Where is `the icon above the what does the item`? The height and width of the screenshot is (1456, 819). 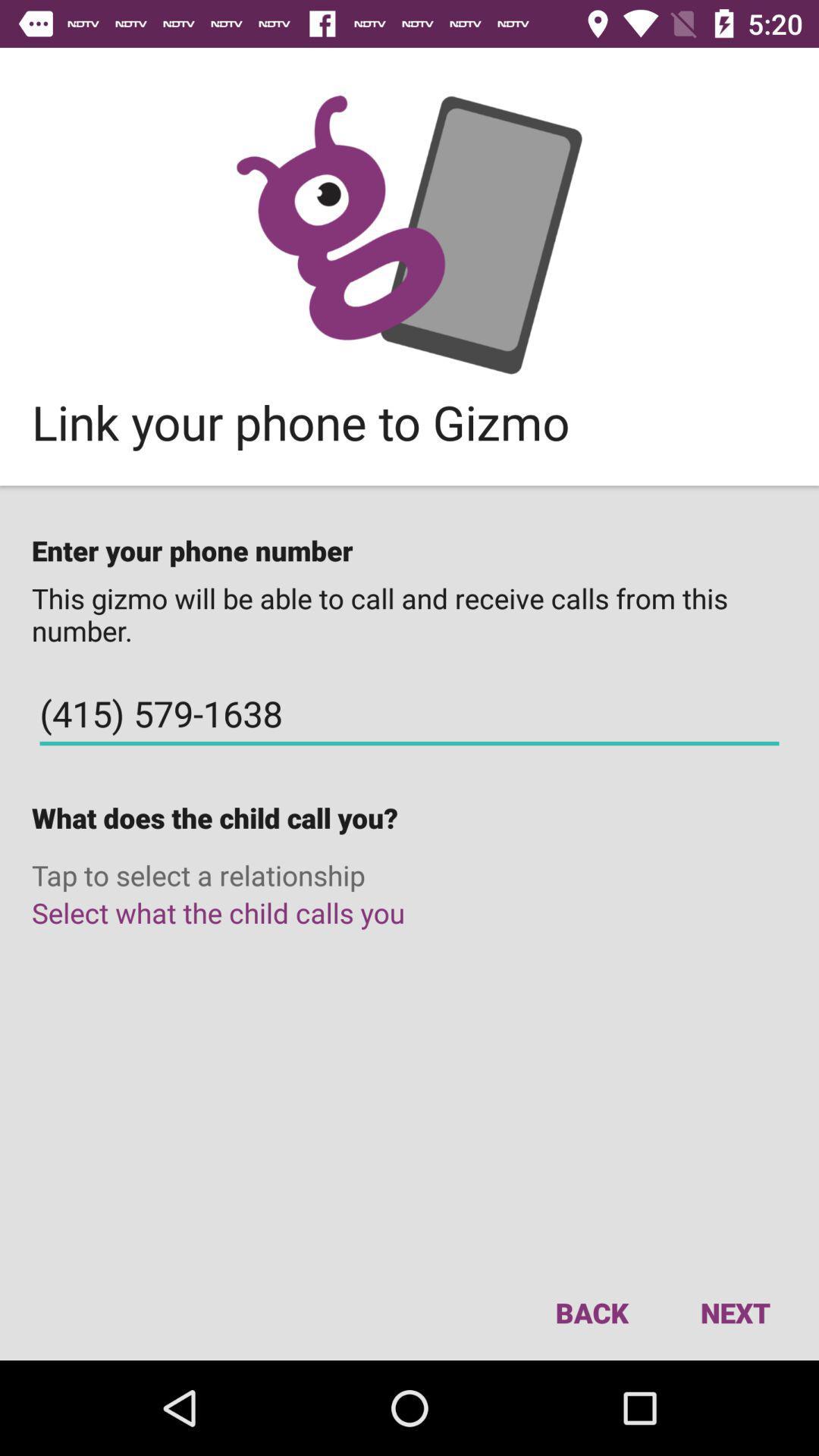 the icon above the what does the item is located at coordinates (409, 713).